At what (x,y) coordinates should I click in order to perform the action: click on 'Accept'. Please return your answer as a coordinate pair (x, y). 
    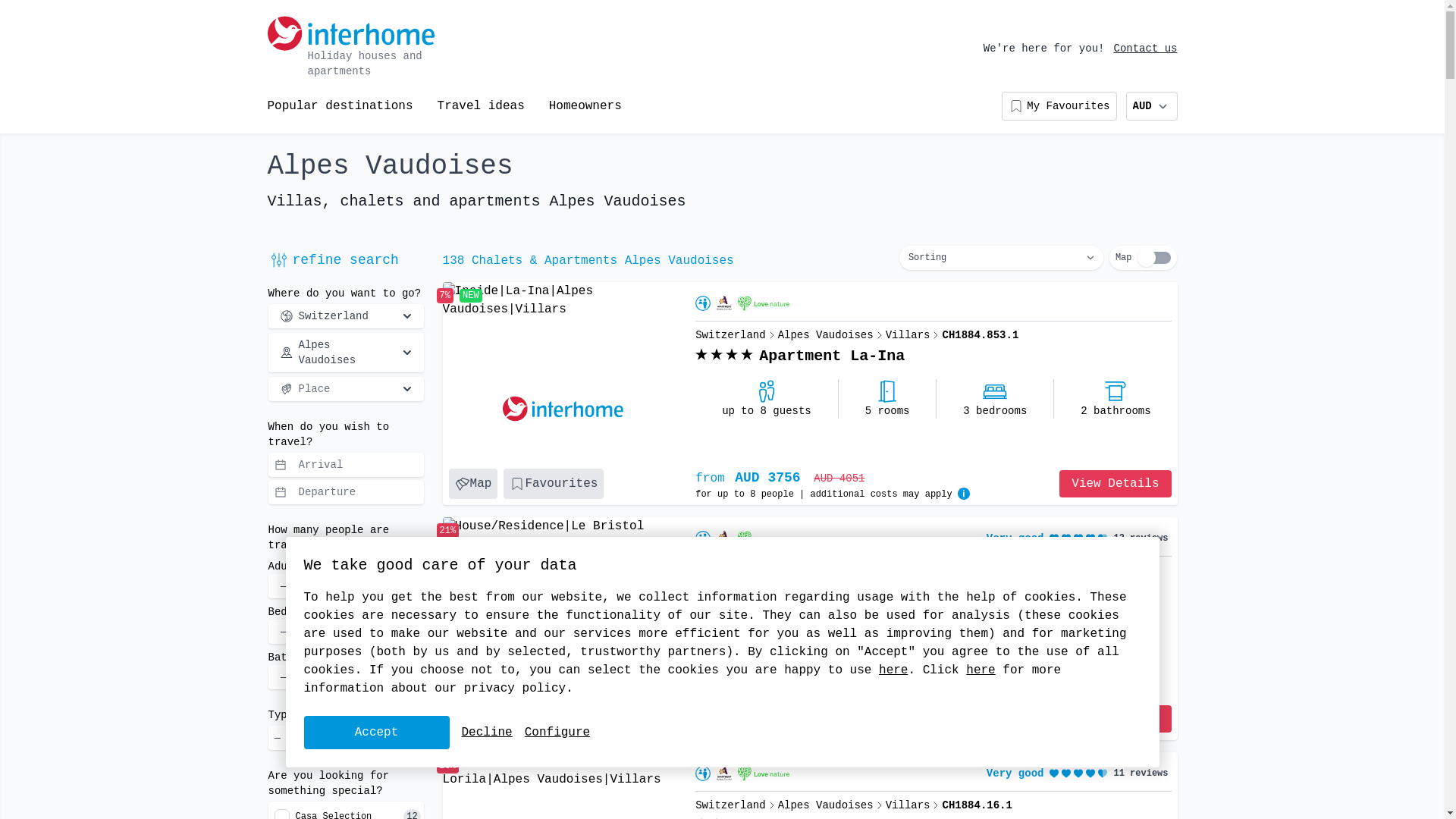
    Looking at the image, I should click on (375, 731).